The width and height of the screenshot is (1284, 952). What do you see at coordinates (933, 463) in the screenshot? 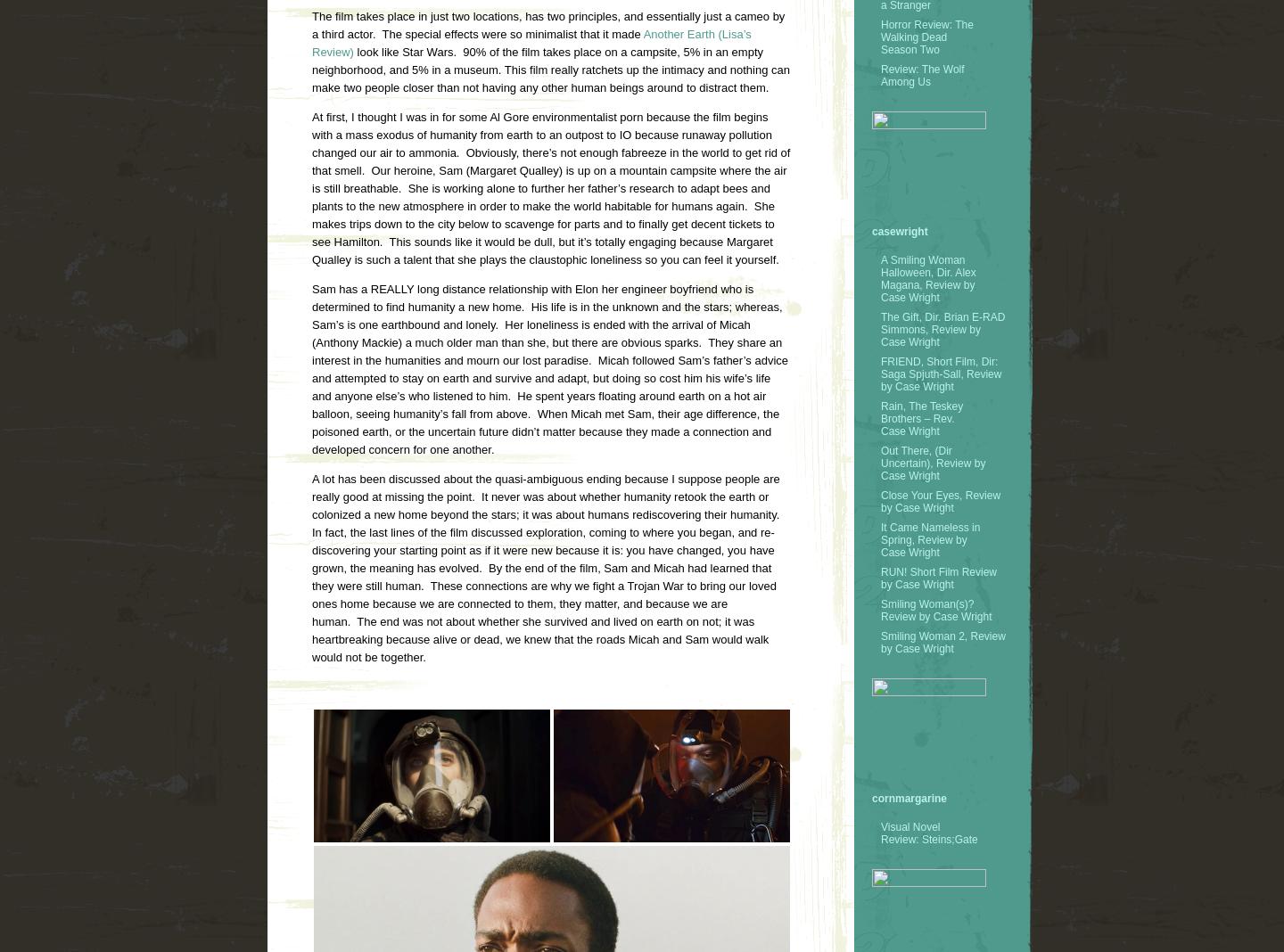
I see `'Out There, (Dir Uncertain),  Review by Case Wright'` at bounding box center [933, 463].